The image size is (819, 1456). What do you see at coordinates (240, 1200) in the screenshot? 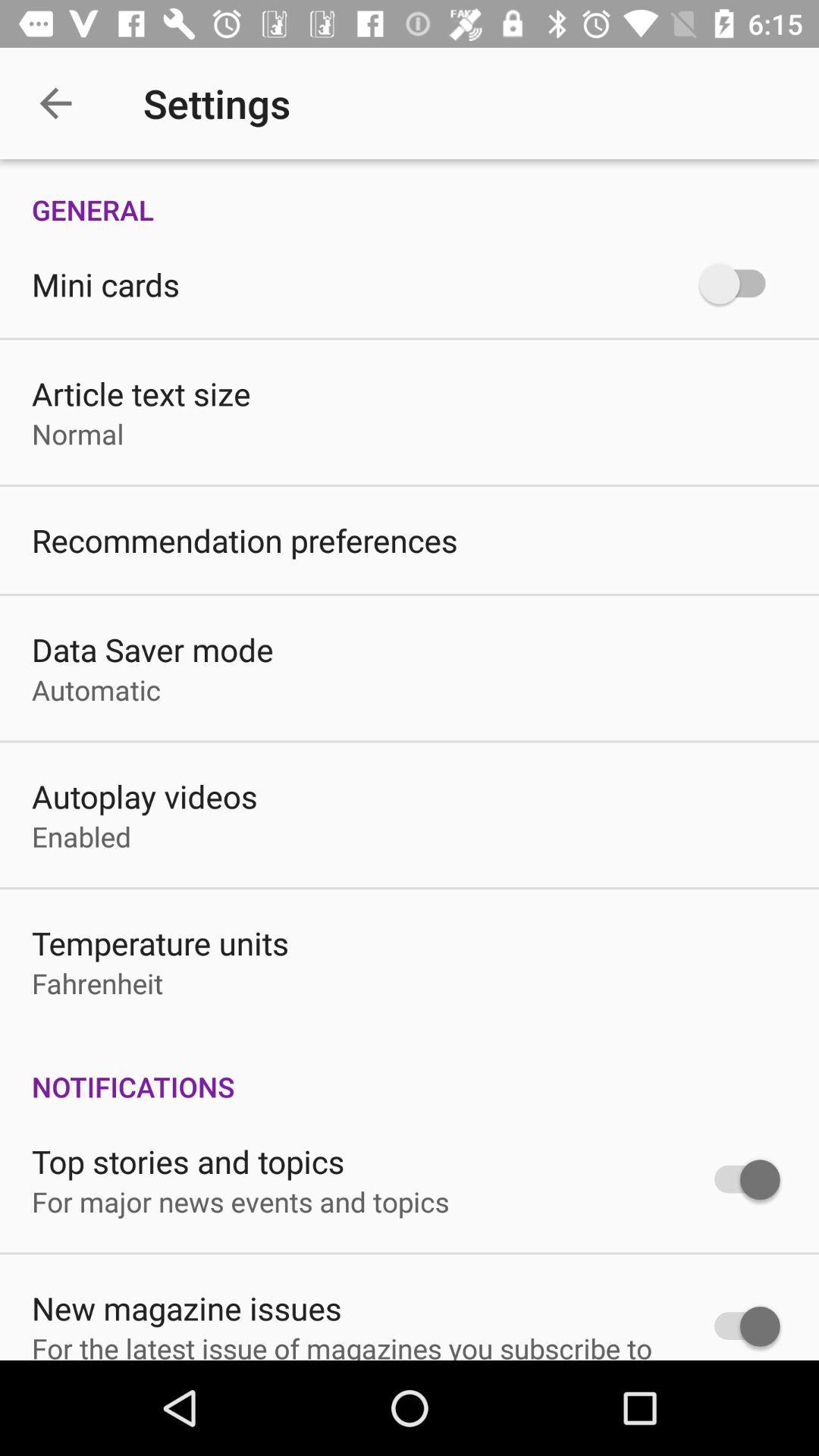
I see `the for major news` at bounding box center [240, 1200].